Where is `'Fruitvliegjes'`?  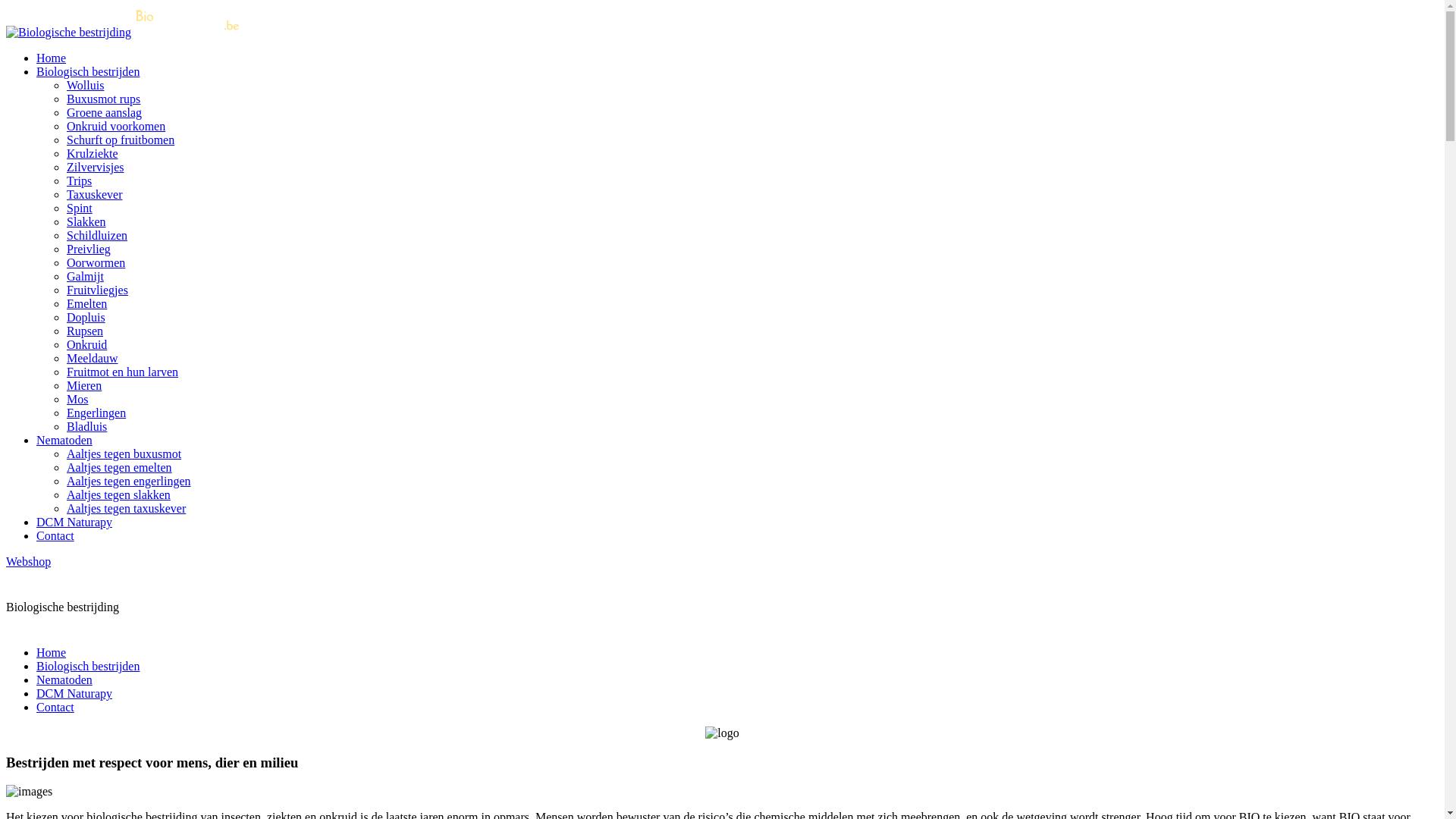 'Fruitvliegjes' is located at coordinates (96, 290).